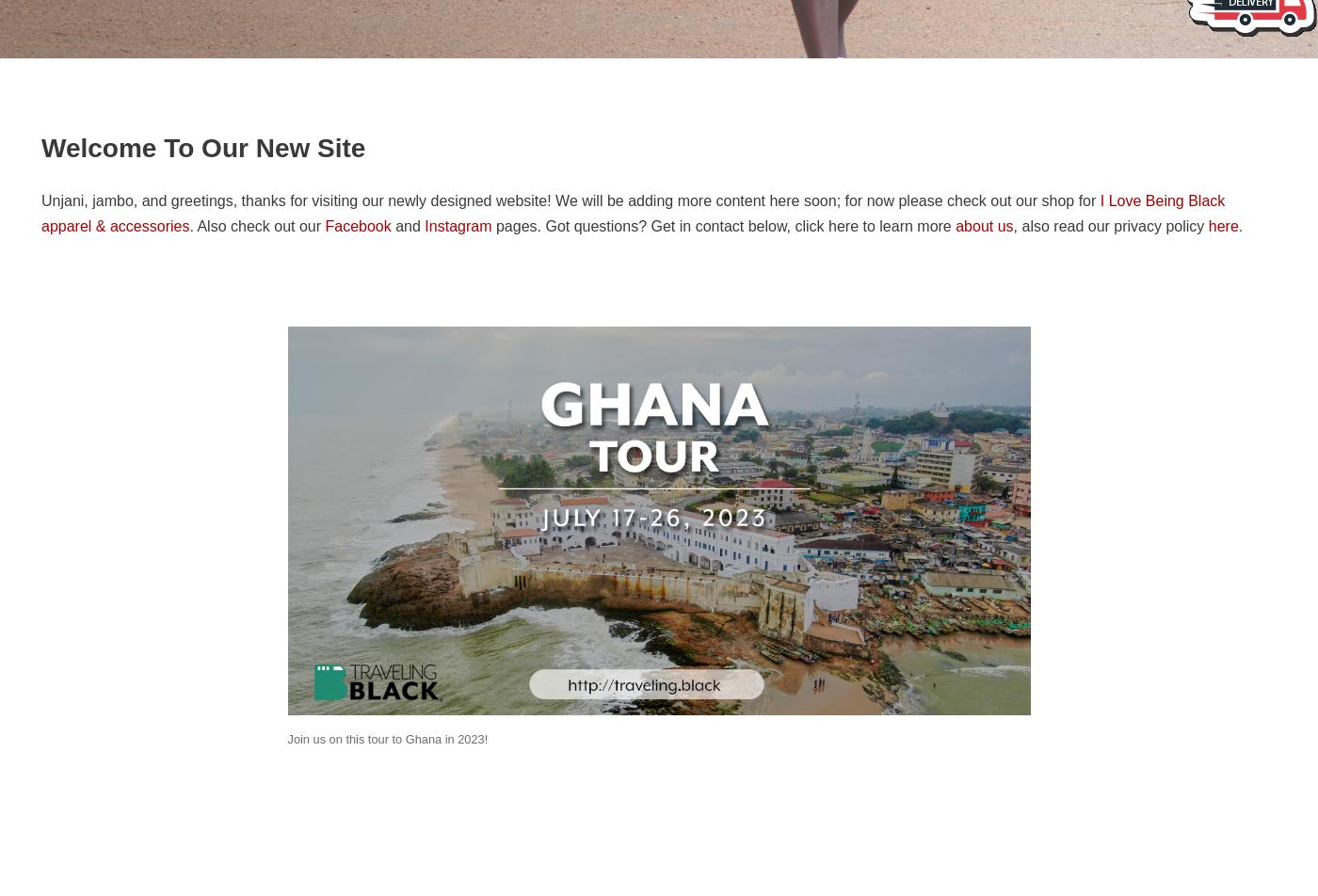 Image resolution: width=1318 pixels, height=896 pixels. I want to click on 'Facebook', so click(357, 226).